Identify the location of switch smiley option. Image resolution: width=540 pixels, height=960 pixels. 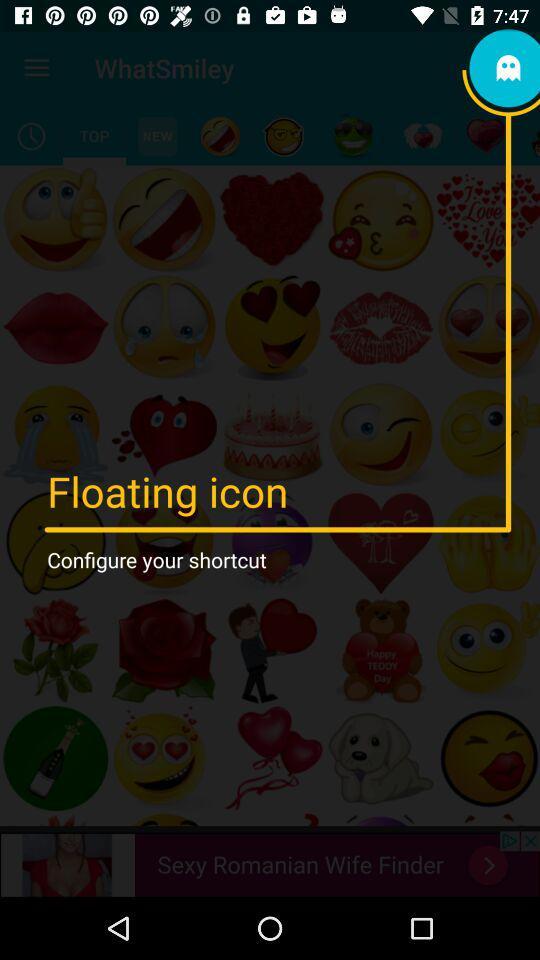
(282, 135).